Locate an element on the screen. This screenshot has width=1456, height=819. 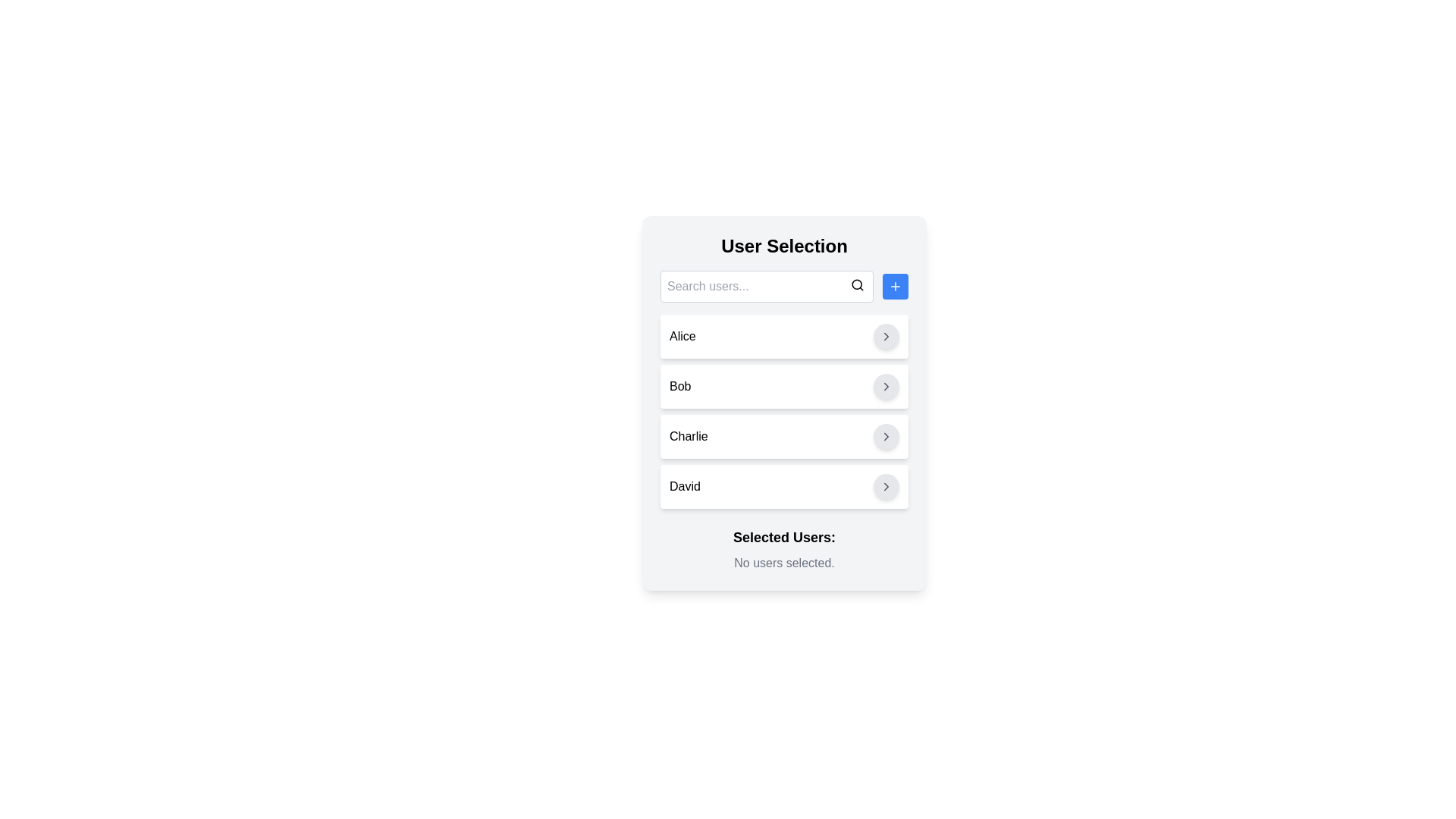
the interactive list item representing the user 'Charlie' is located at coordinates (784, 436).